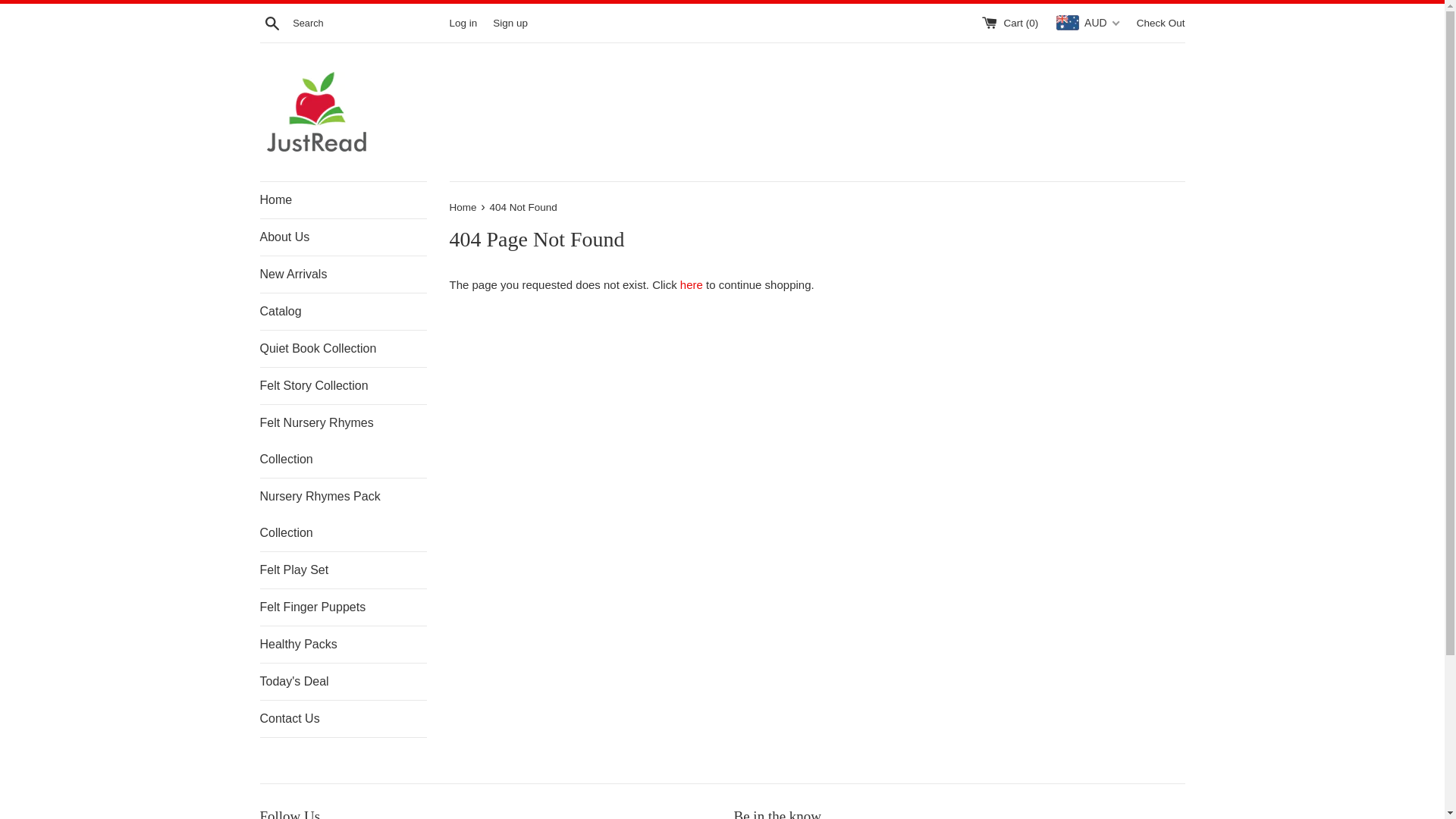  I want to click on 'Today's Deal', so click(341, 680).